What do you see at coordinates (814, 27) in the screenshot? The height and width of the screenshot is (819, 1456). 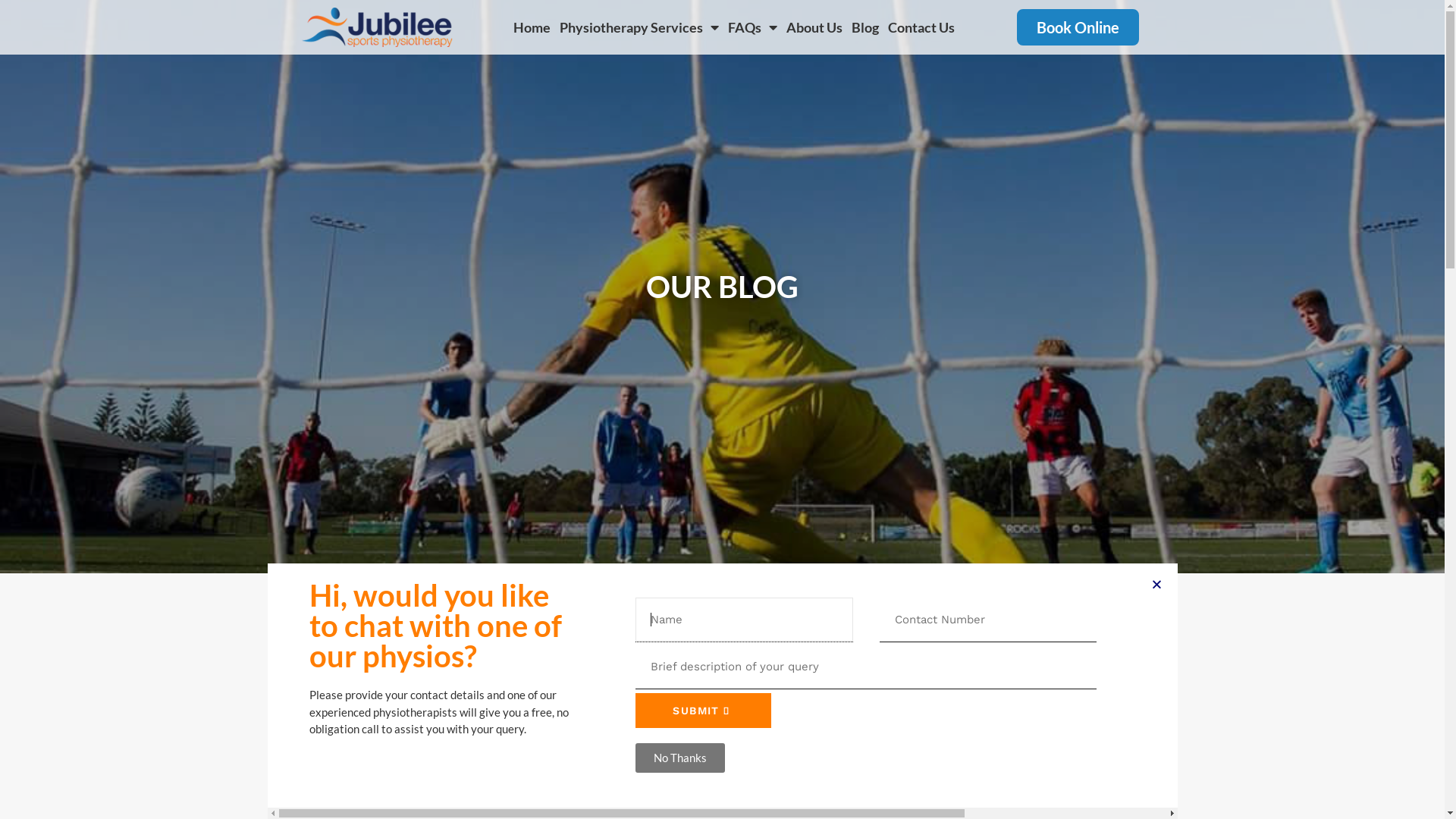 I see `'About Us'` at bounding box center [814, 27].